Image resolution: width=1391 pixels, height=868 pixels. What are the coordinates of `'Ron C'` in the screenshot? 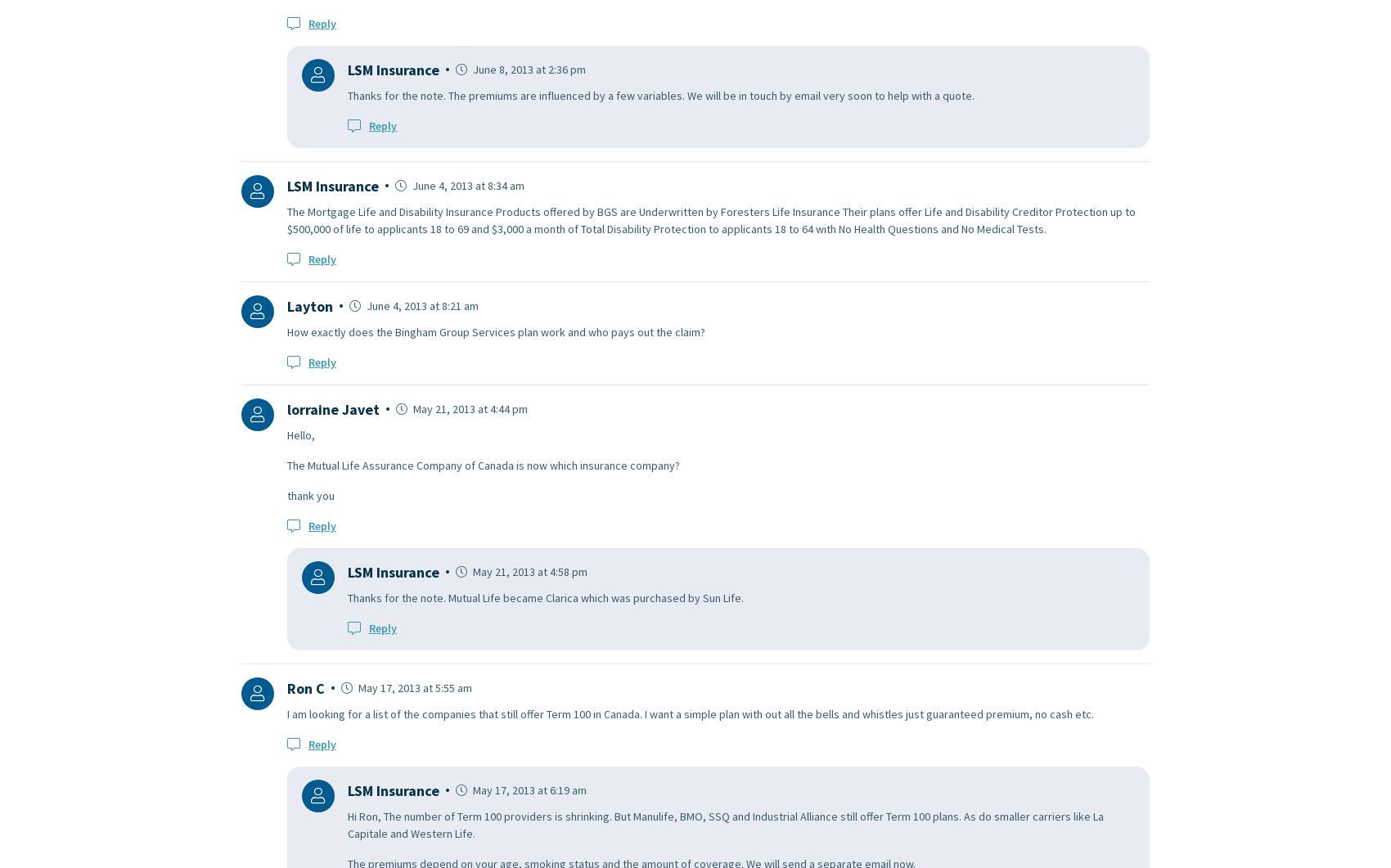 It's located at (286, 687).